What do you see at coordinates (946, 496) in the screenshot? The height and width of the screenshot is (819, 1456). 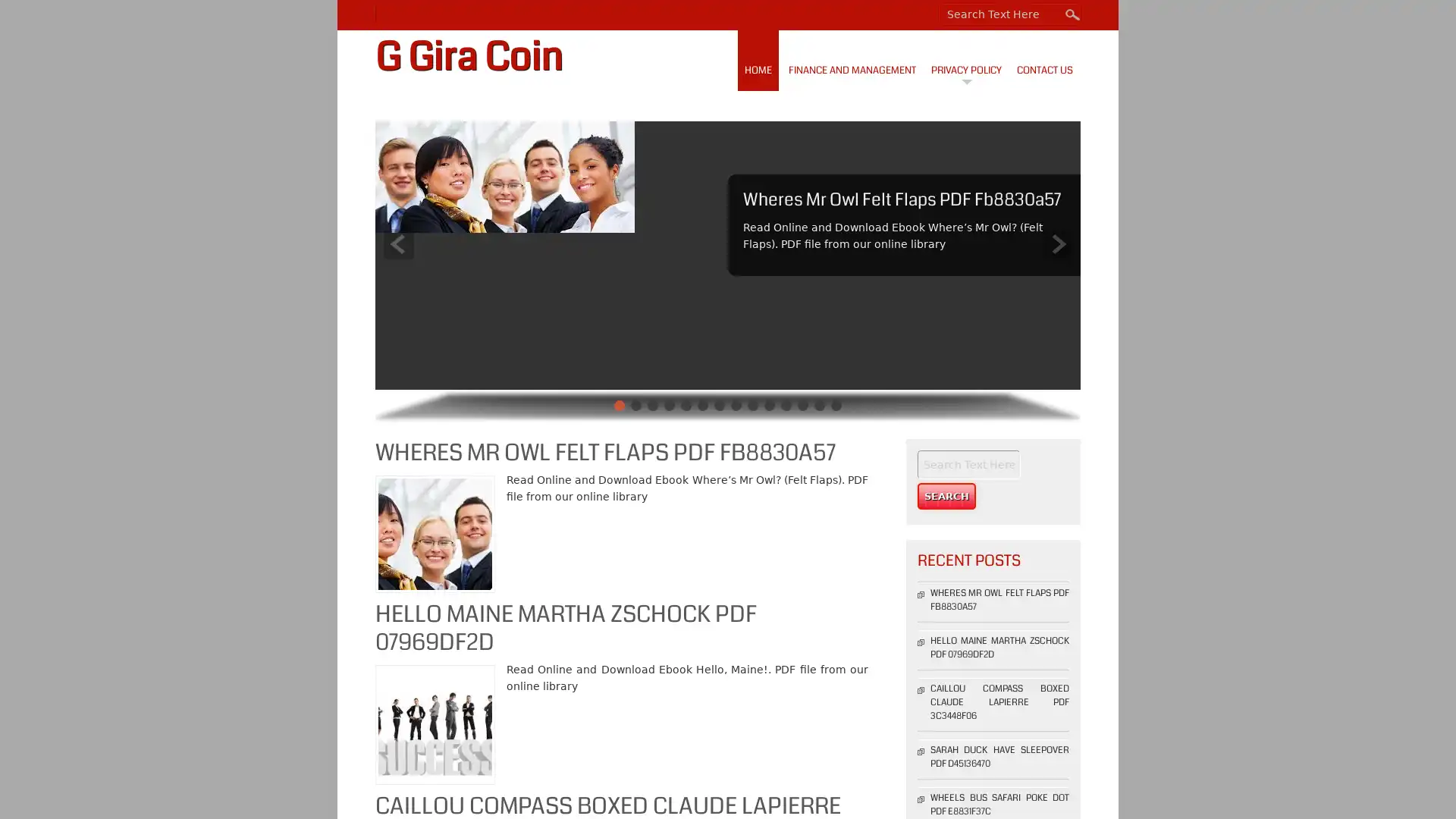 I see `Search` at bounding box center [946, 496].